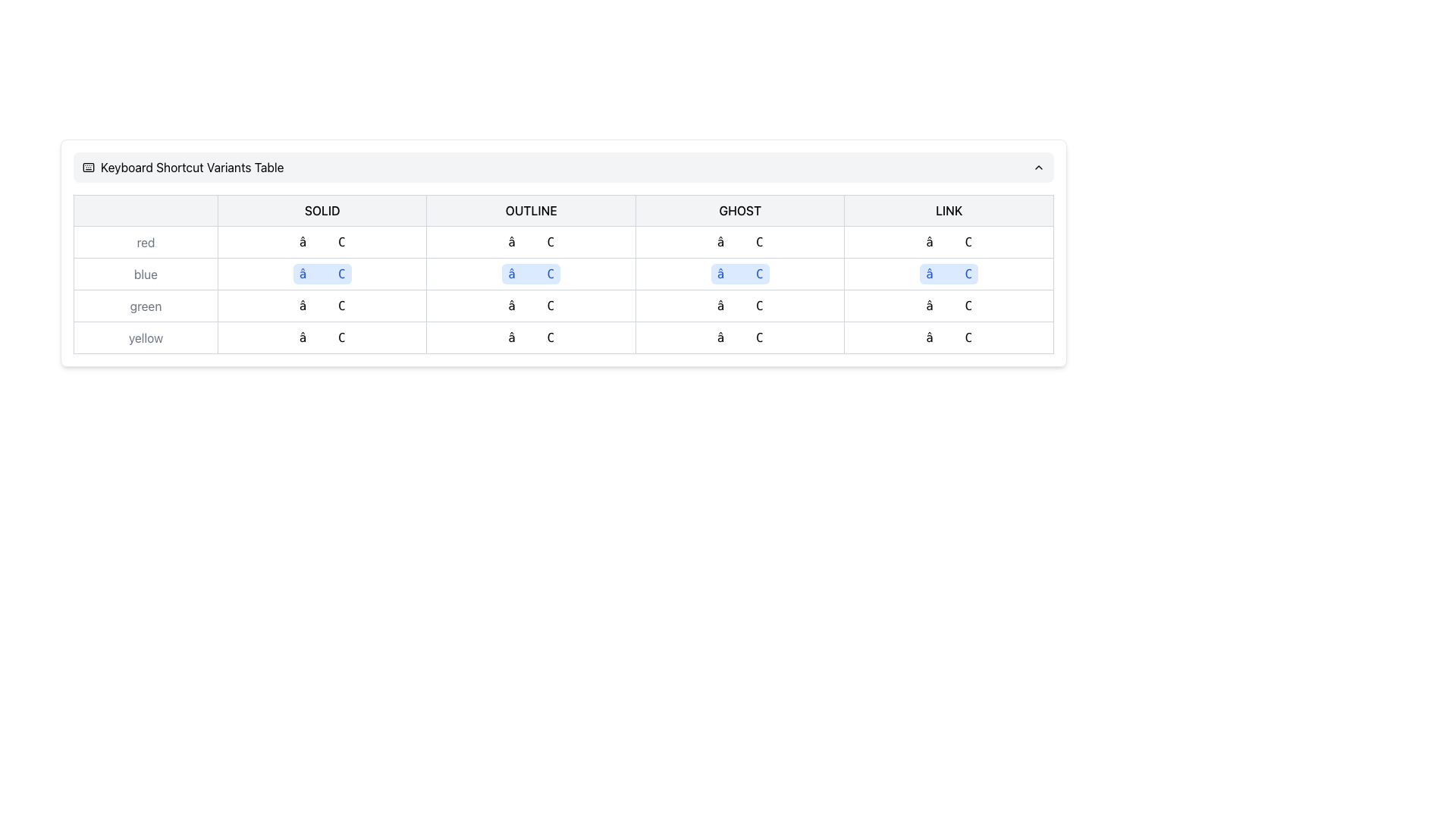 This screenshot has width=1456, height=819. I want to click on the static text element representing the '⌘ C' keyboard shortcut in the 'red' context and 'LINK' category, which is located in the last column of its row, so click(948, 241).